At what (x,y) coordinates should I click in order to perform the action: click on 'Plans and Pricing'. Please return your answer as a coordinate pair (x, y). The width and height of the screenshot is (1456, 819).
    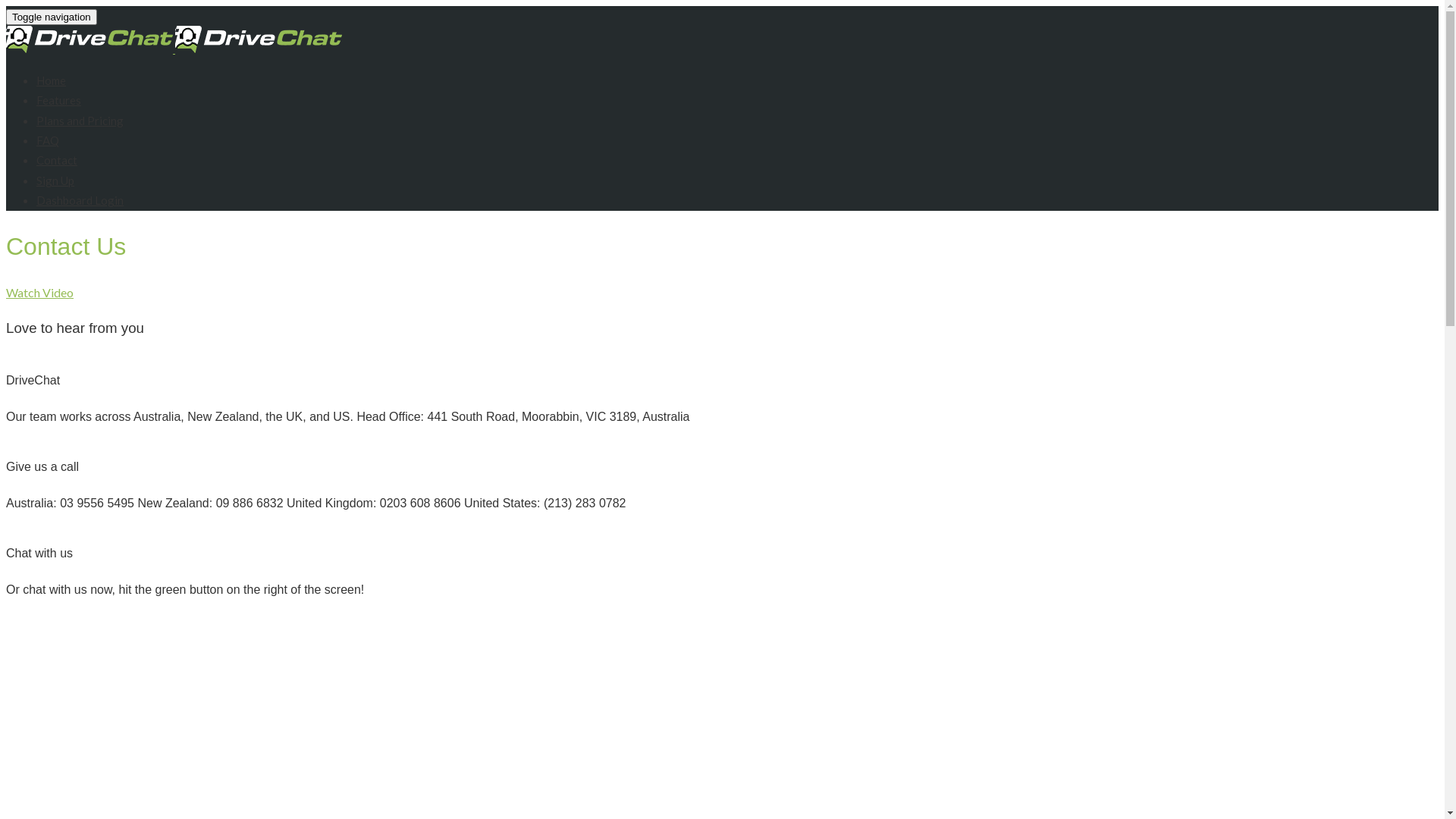
    Looking at the image, I should click on (79, 119).